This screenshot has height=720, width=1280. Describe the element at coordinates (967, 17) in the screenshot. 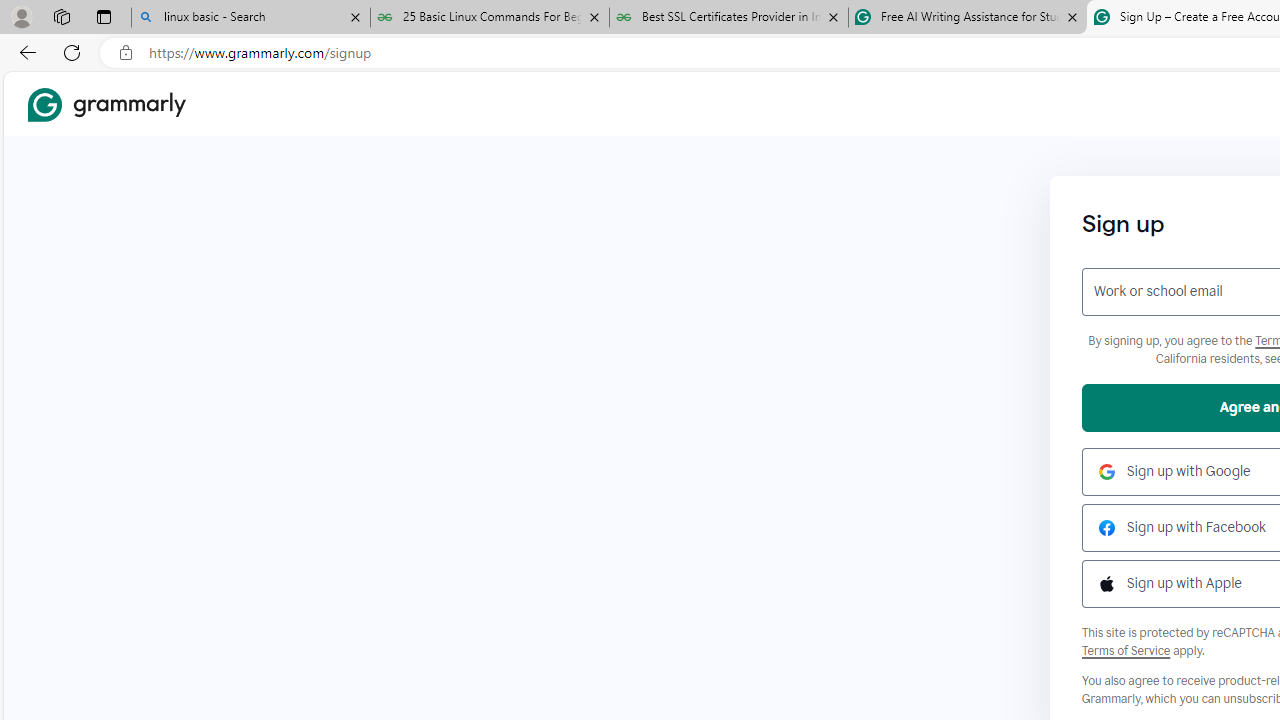

I see `'Free AI Writing Assistance for Students | Grammarly'` at that location.